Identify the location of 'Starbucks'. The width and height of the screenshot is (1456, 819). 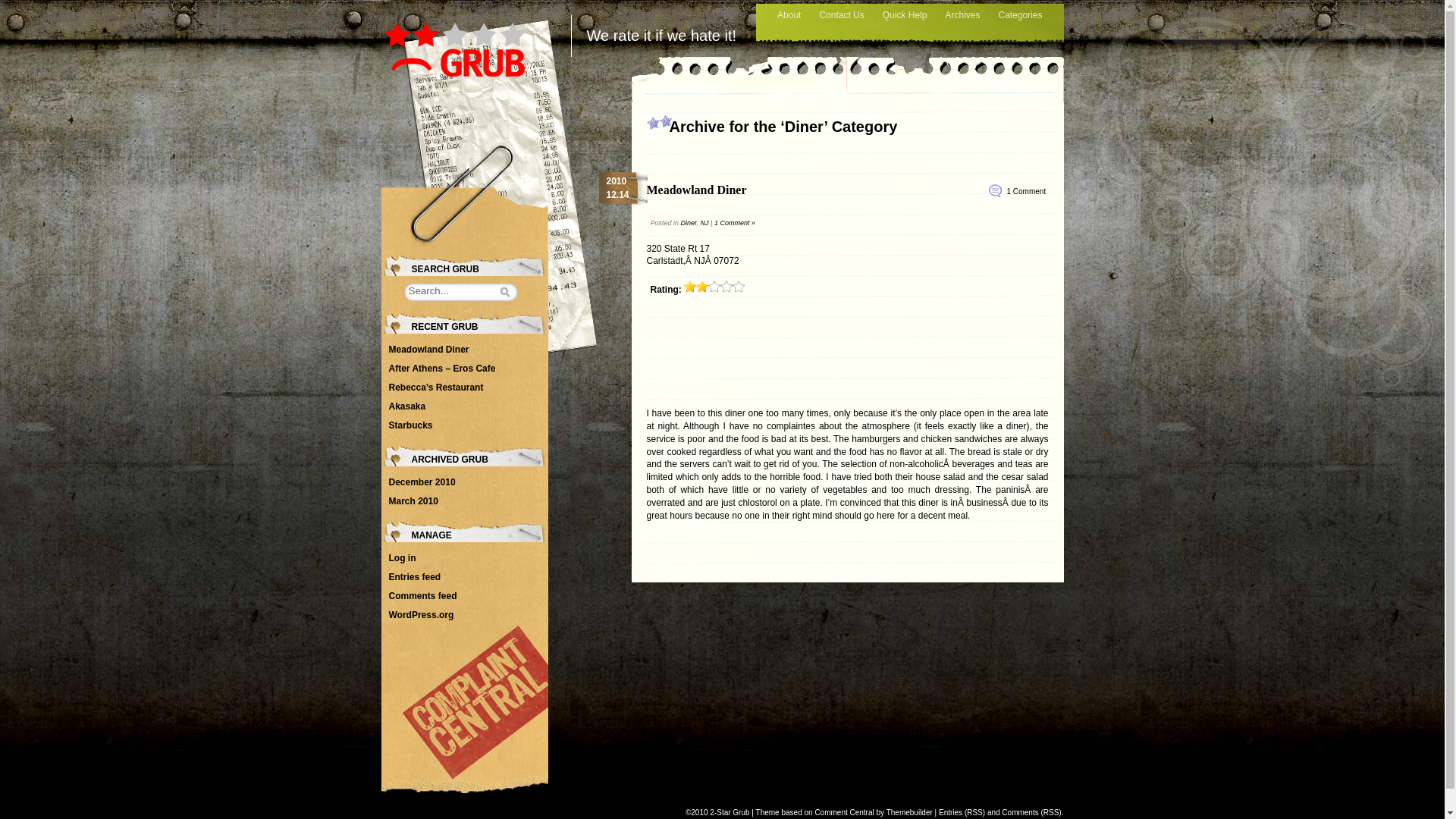
(388, 425).